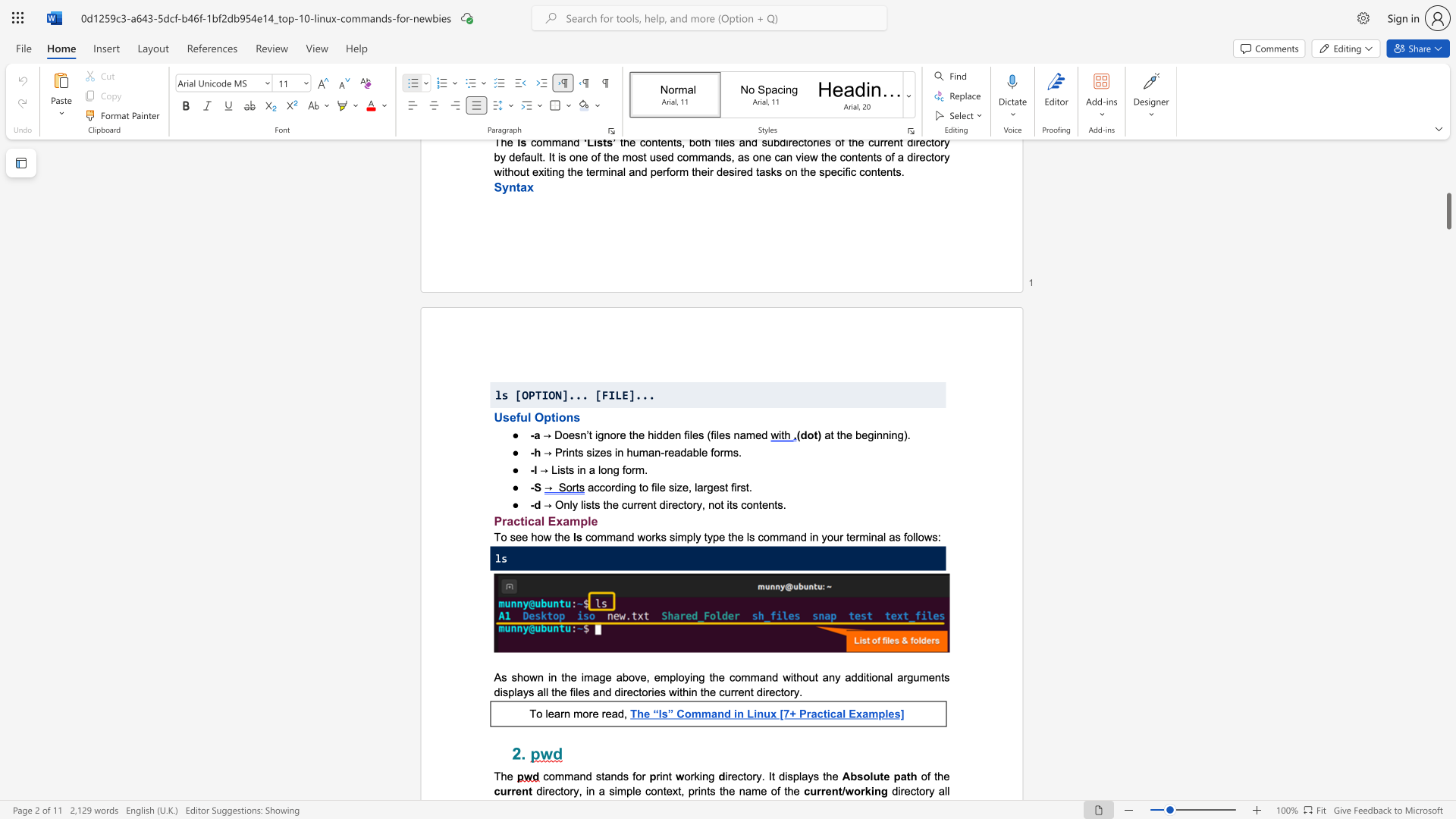 The height and width of the screenshot is (819, 1456). I want to click on the 1th character "y" in the text, so click(574, 504).